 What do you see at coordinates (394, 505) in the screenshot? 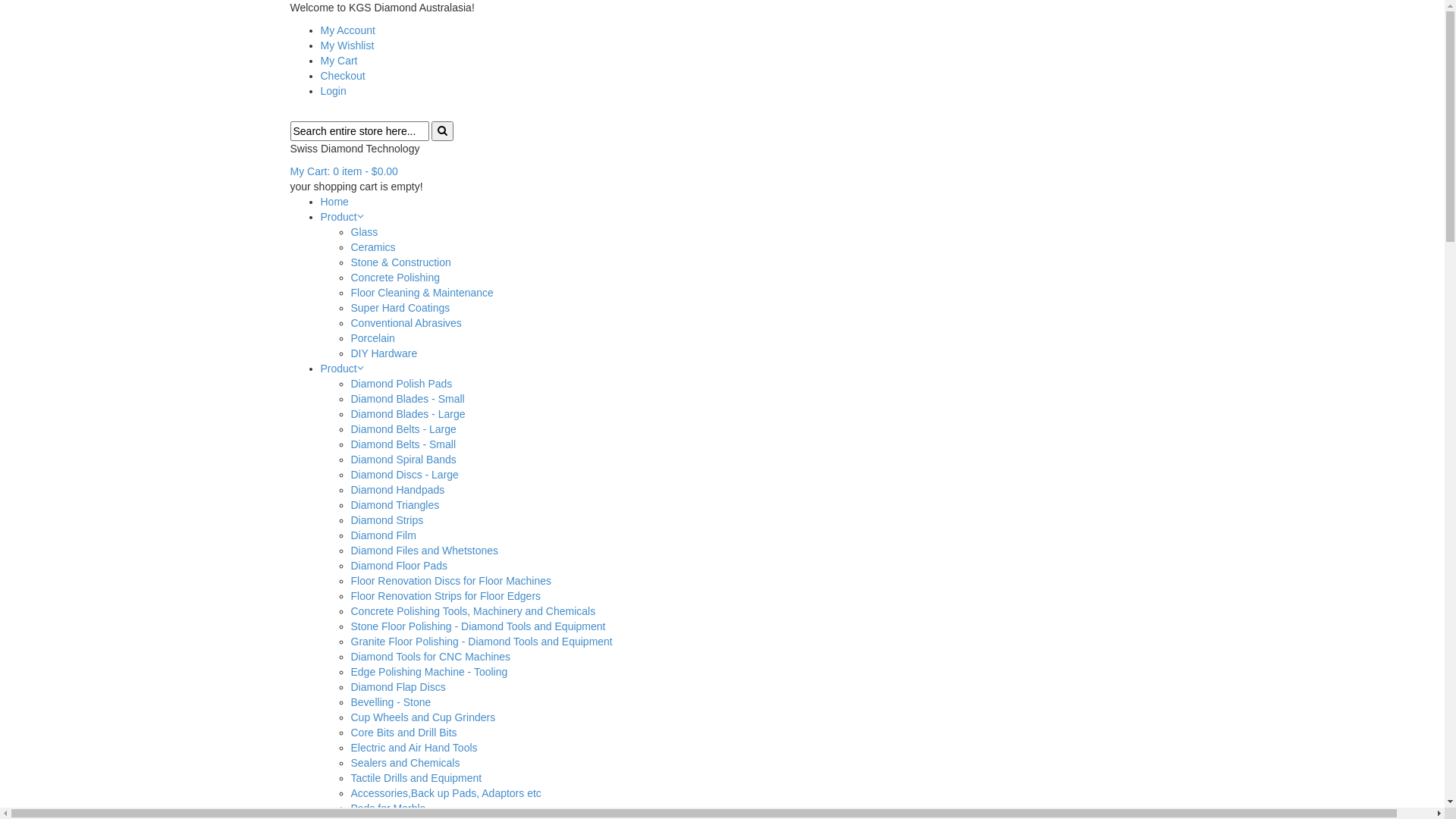
I see `'Diamond Triangles'` at bounding box center [394, 505].